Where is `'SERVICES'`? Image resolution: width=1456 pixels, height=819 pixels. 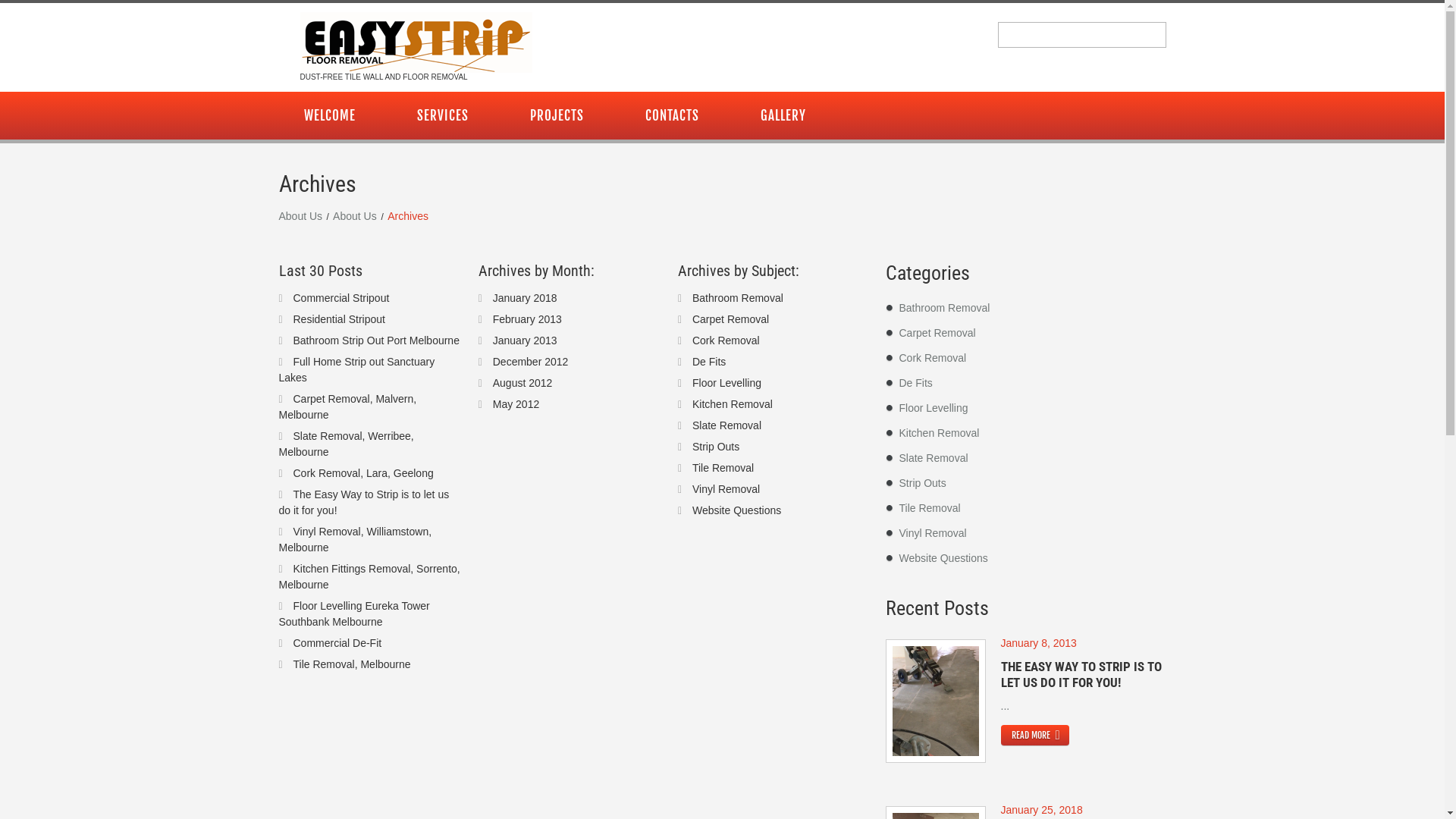 'SERVICES' is located at coordinates (441, 115).